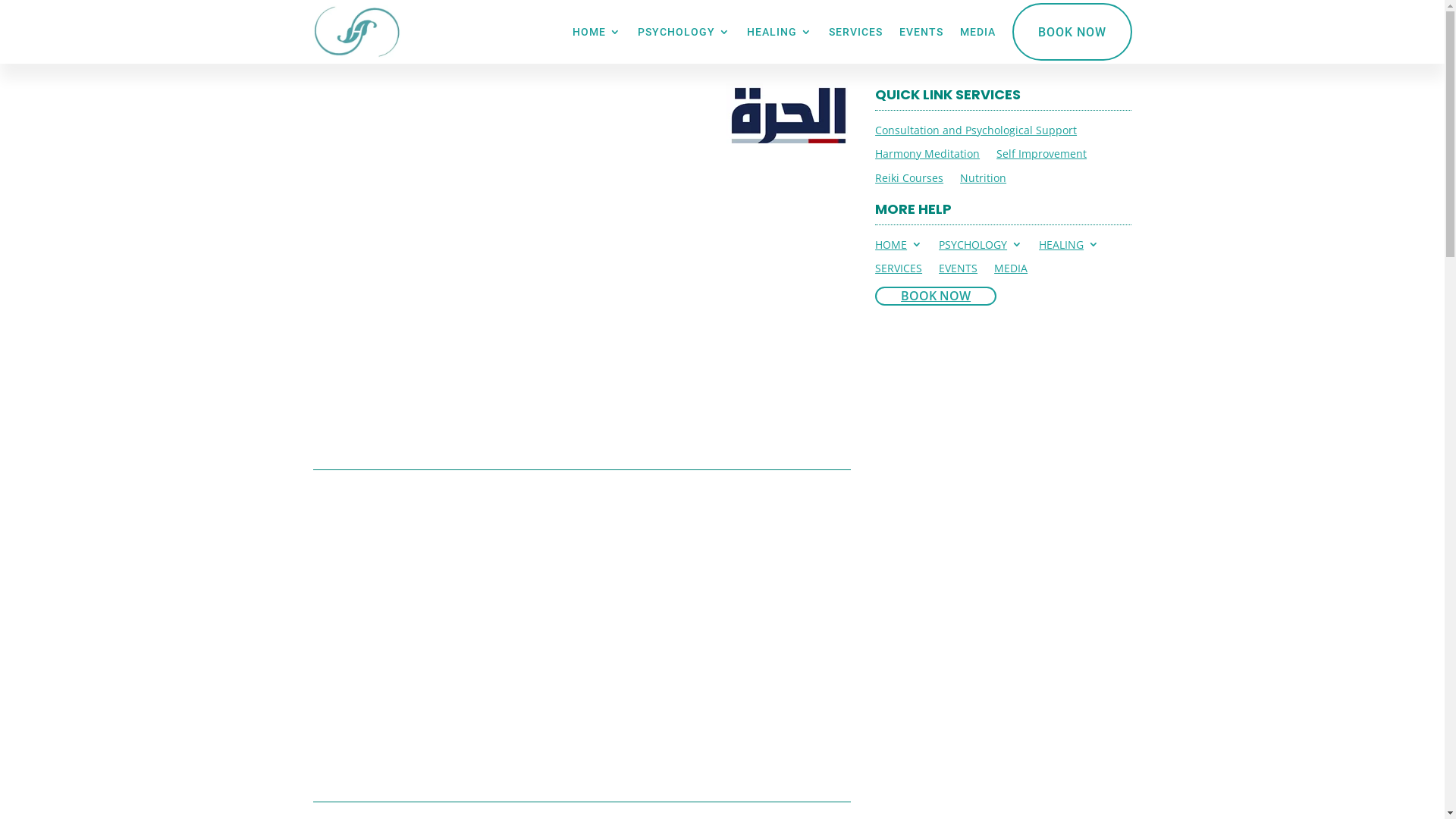 The image size is (1456, 819). What do you see at coordinates (682, 32) in the screenshot?
I see `'PSYCHOLOGY'` at bounding box center [682, 32].